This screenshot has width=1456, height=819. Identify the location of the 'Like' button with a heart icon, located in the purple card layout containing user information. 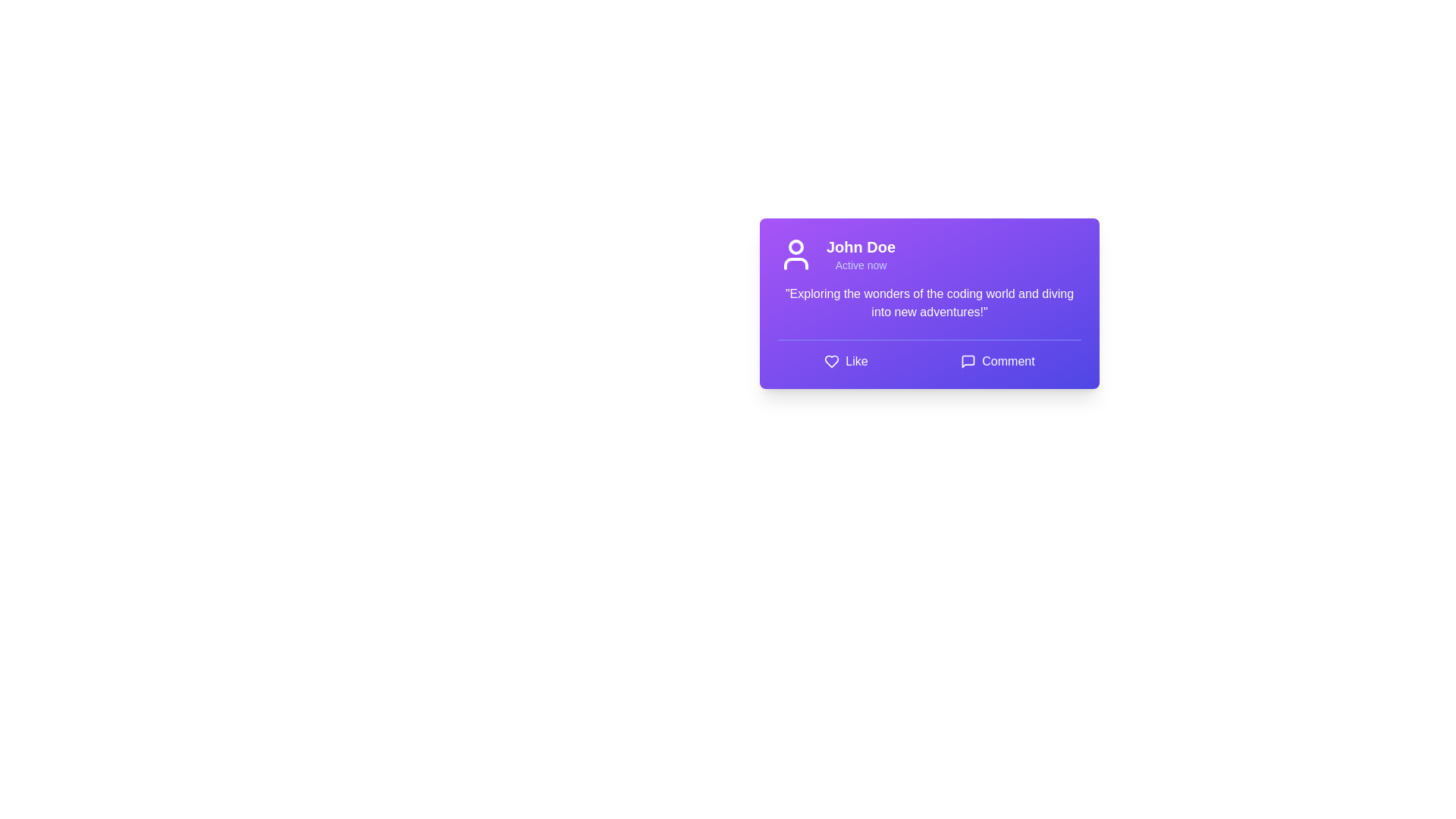
(845, 362).